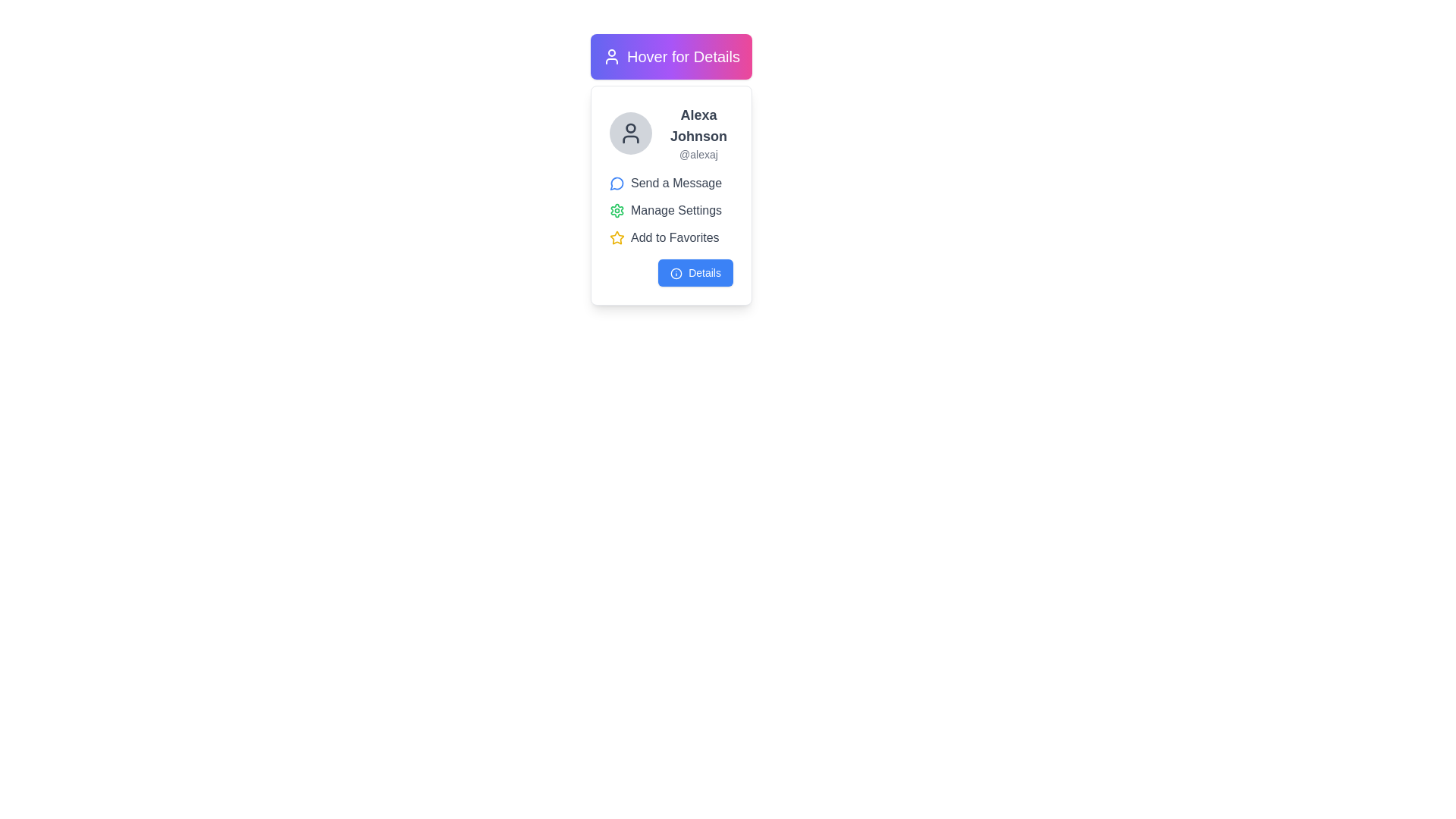  Describe the element at coordinates (670, 183) in the screenshot. I see `the static label with the text 'Send a Message' that features a blue speech bubble icon, located below the username 'Alexa Johnson' and above 'Manage Settings'` at that location.